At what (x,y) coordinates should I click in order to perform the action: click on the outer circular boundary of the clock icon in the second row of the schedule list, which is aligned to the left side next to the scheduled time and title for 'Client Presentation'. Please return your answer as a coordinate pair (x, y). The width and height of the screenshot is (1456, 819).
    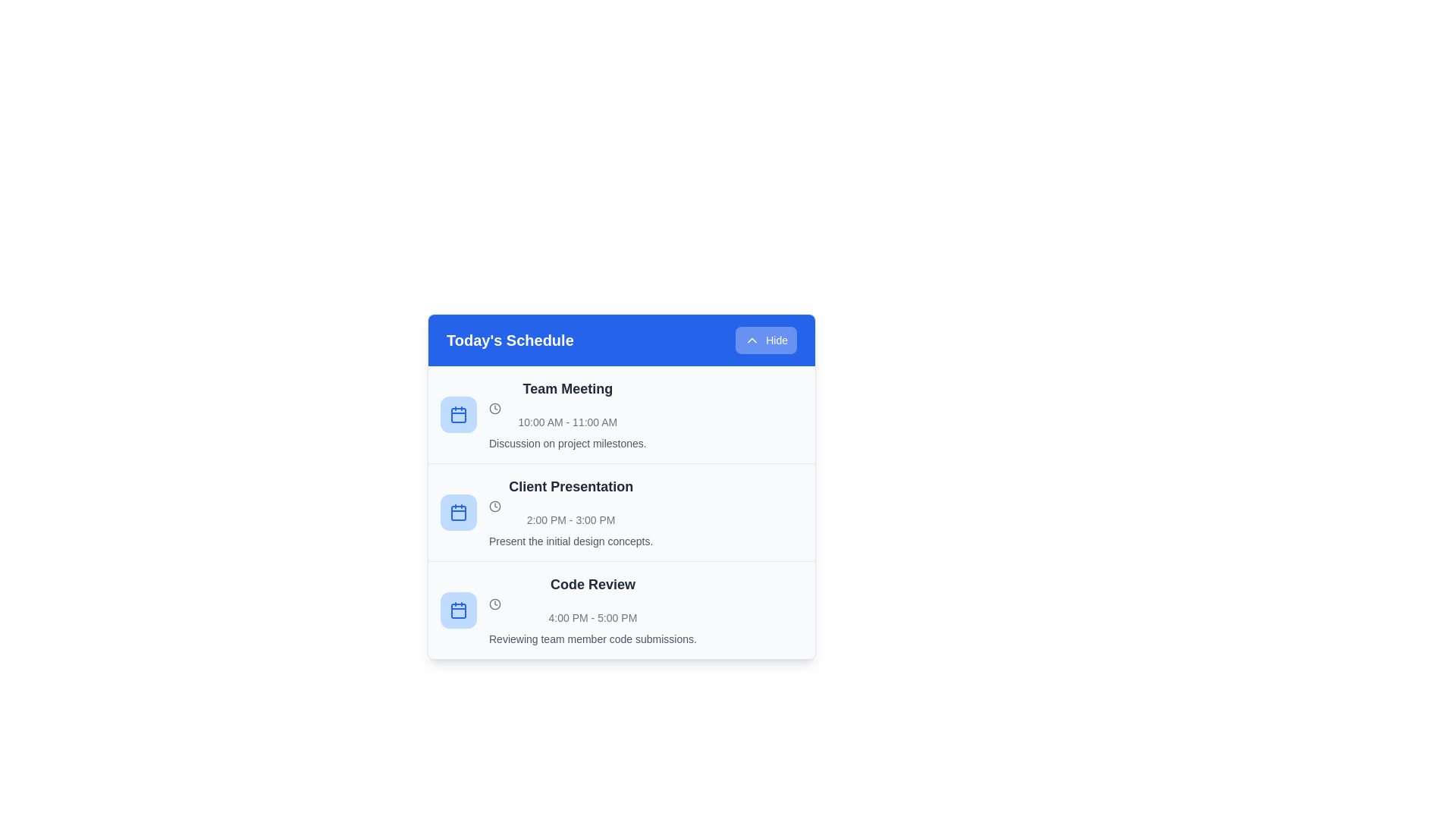
    Looking at the image, I should click on (494, 506).